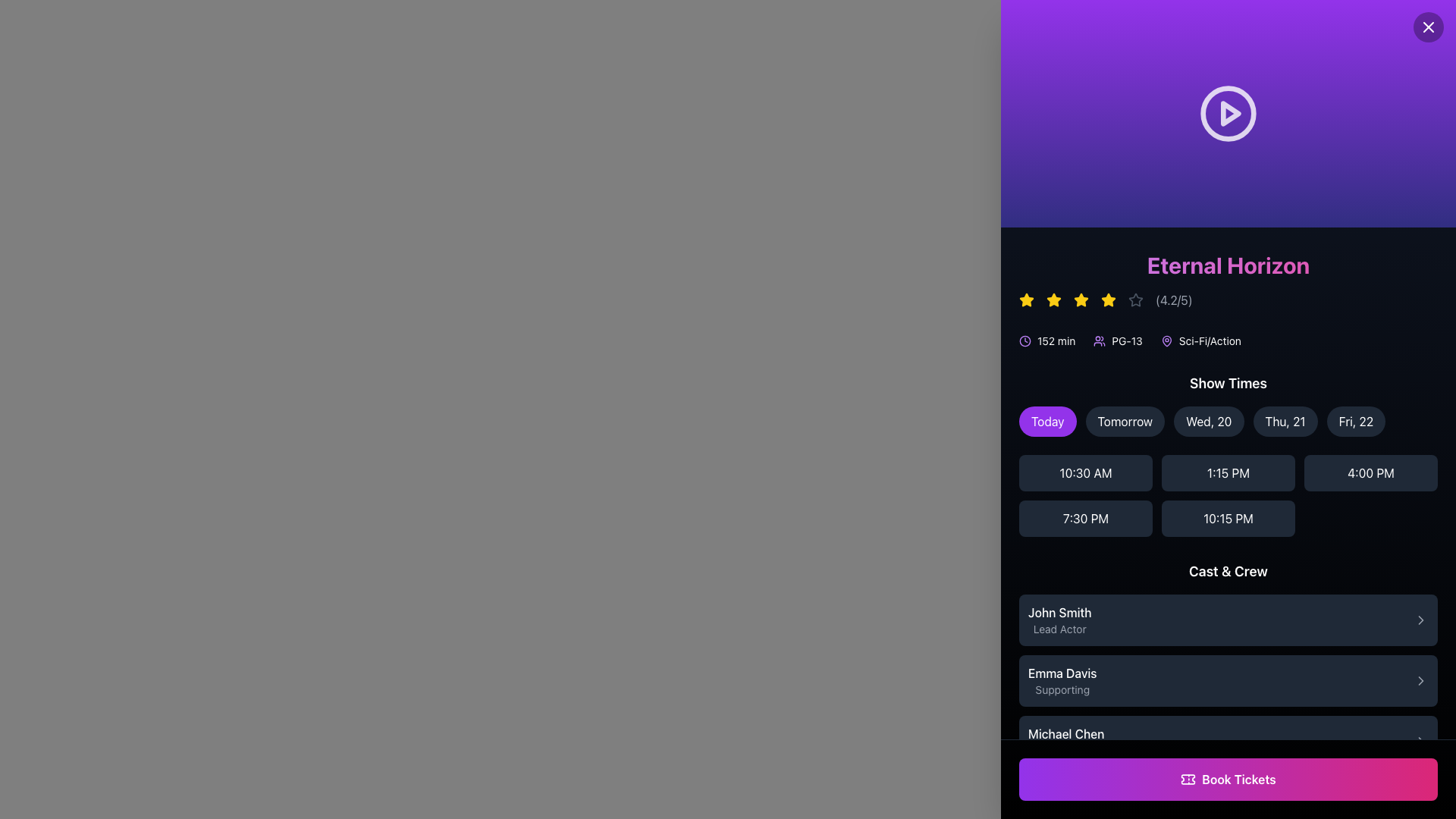 This screenshot has width=1456, height=819. What do you see at coordinates (1062, 680) in the screenshot?
I see `Text label displaying the name and role of the second cast member in the 'Cast & Crew' section, located between 'John Smith' and 'Michael Chen'` at bounding box center [1062, 680].